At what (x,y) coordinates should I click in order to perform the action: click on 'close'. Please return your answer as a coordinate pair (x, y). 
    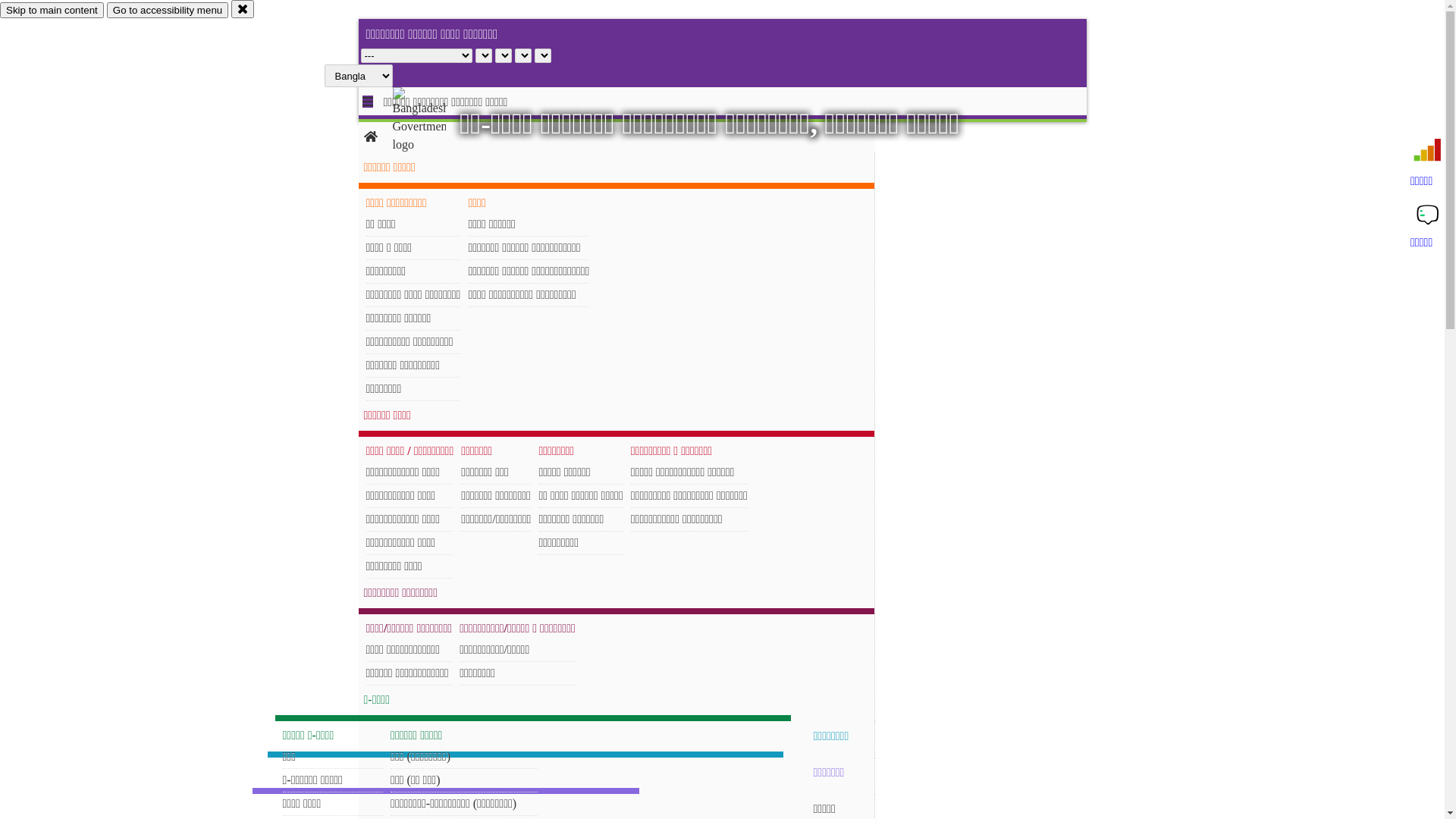
    Looking at the image, I should click on (243, 8).